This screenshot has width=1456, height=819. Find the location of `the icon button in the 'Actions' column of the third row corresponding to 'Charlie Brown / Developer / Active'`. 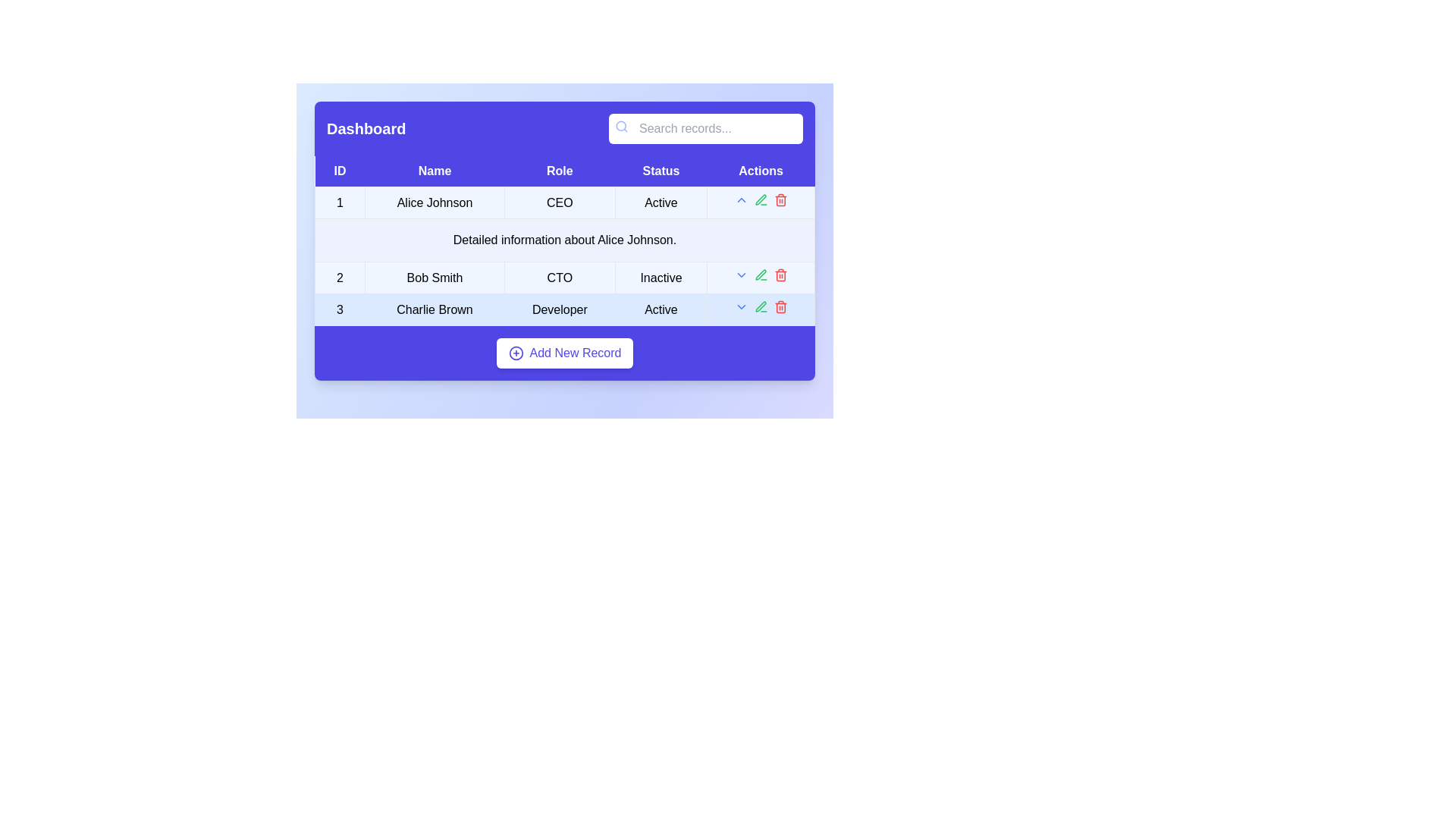

the icon button in the 'Actions' column of the third row corresponding to 'Charlie Brown / Developer / Active' is located at coordinates (780, 307).